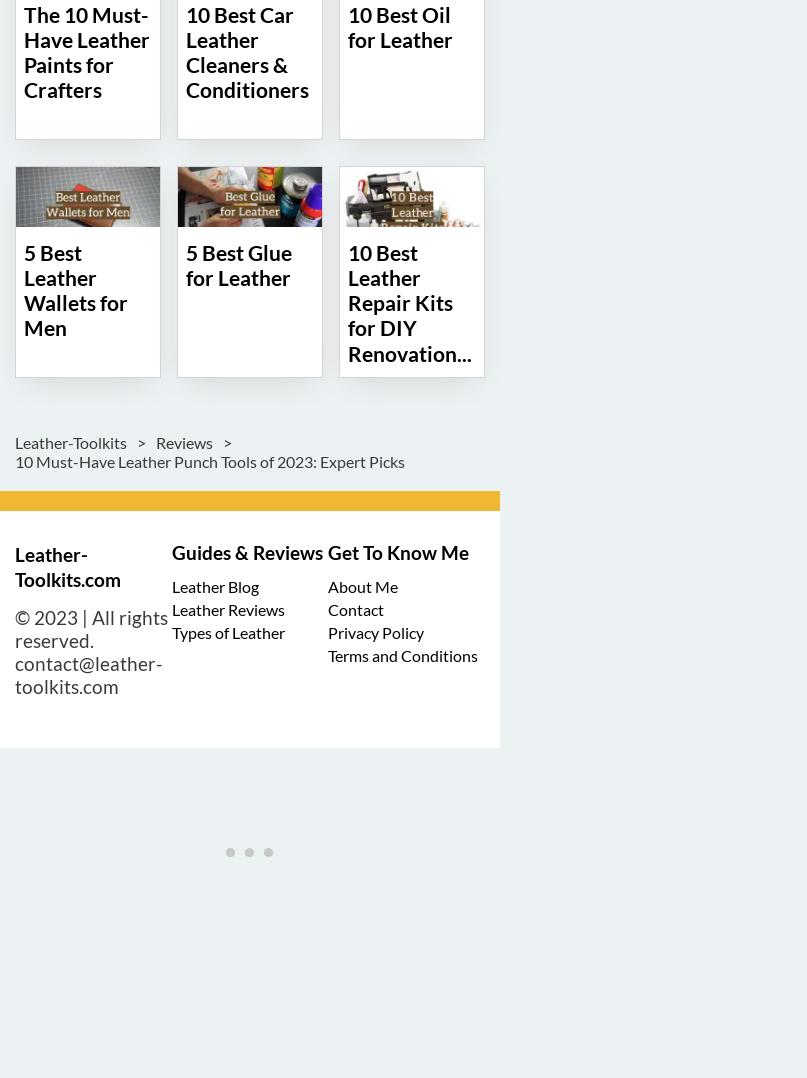  Describe the element at coordinates (72, 441) in the screenshot. I see `'Leather-Toolkits'` at that location.